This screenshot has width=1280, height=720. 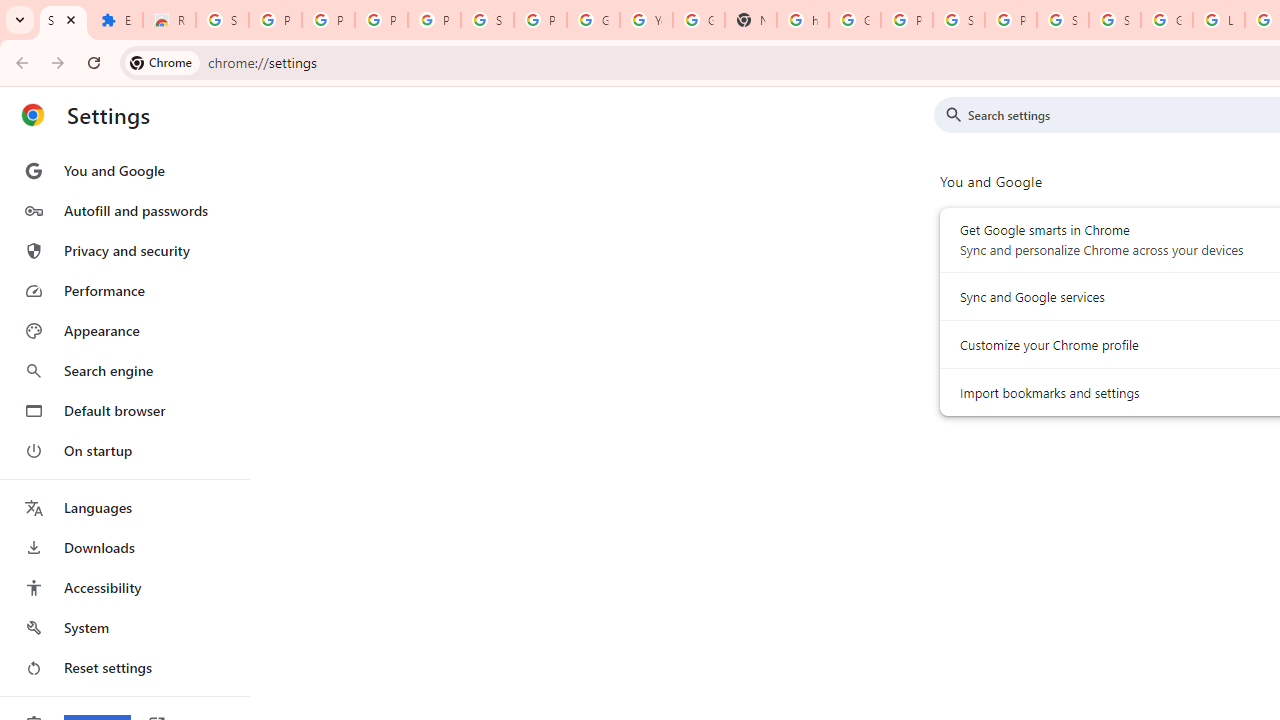 What do you see at coordinates (803, 20) in the screenshot?
I see `'https://scholar.google.com/'` at bounding box center [803, 20].